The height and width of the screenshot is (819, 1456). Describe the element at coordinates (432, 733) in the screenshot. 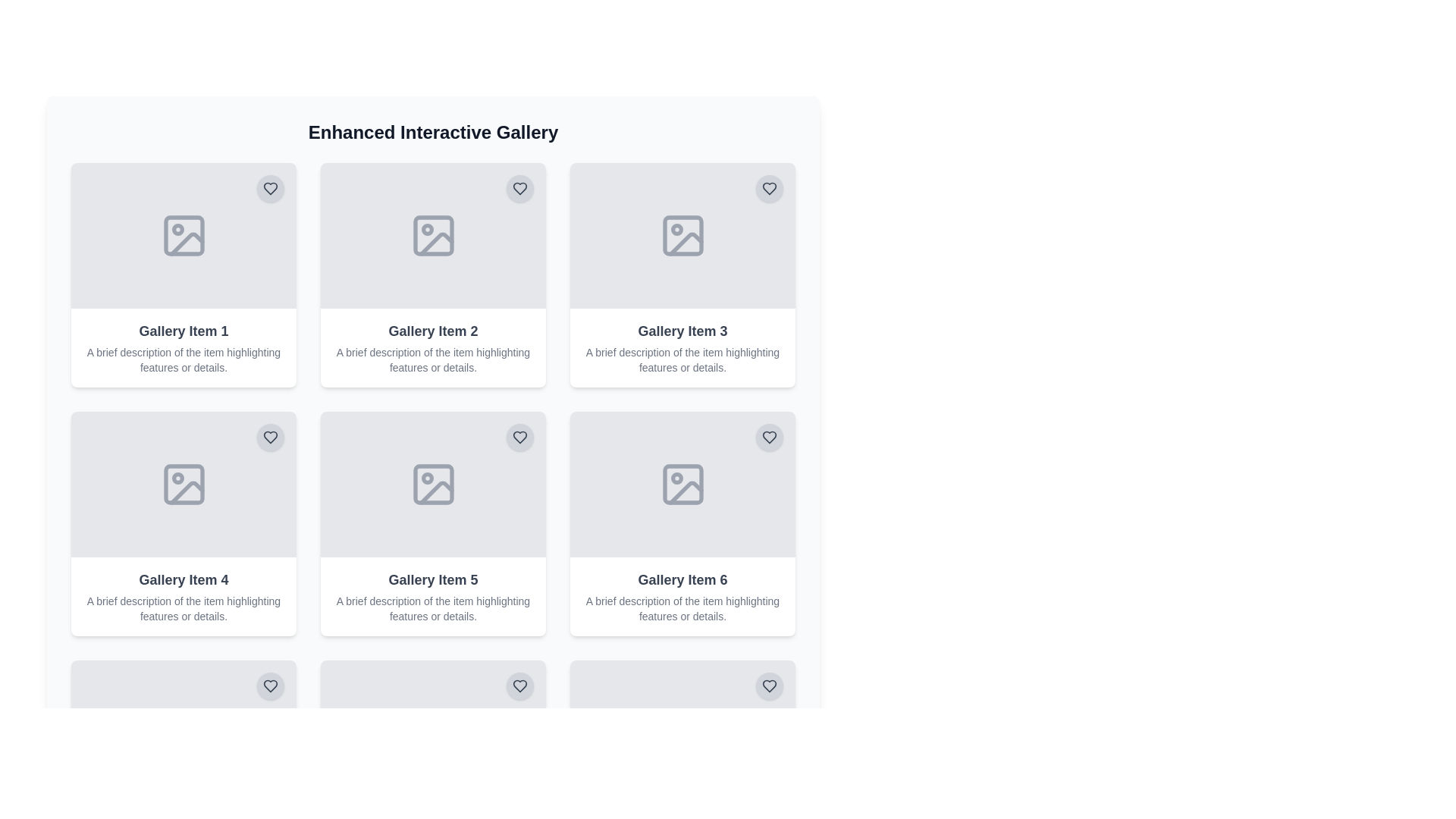

I see `the decorative rectangle element within the SVG that is aligned with the fifth gallery item` at that location.